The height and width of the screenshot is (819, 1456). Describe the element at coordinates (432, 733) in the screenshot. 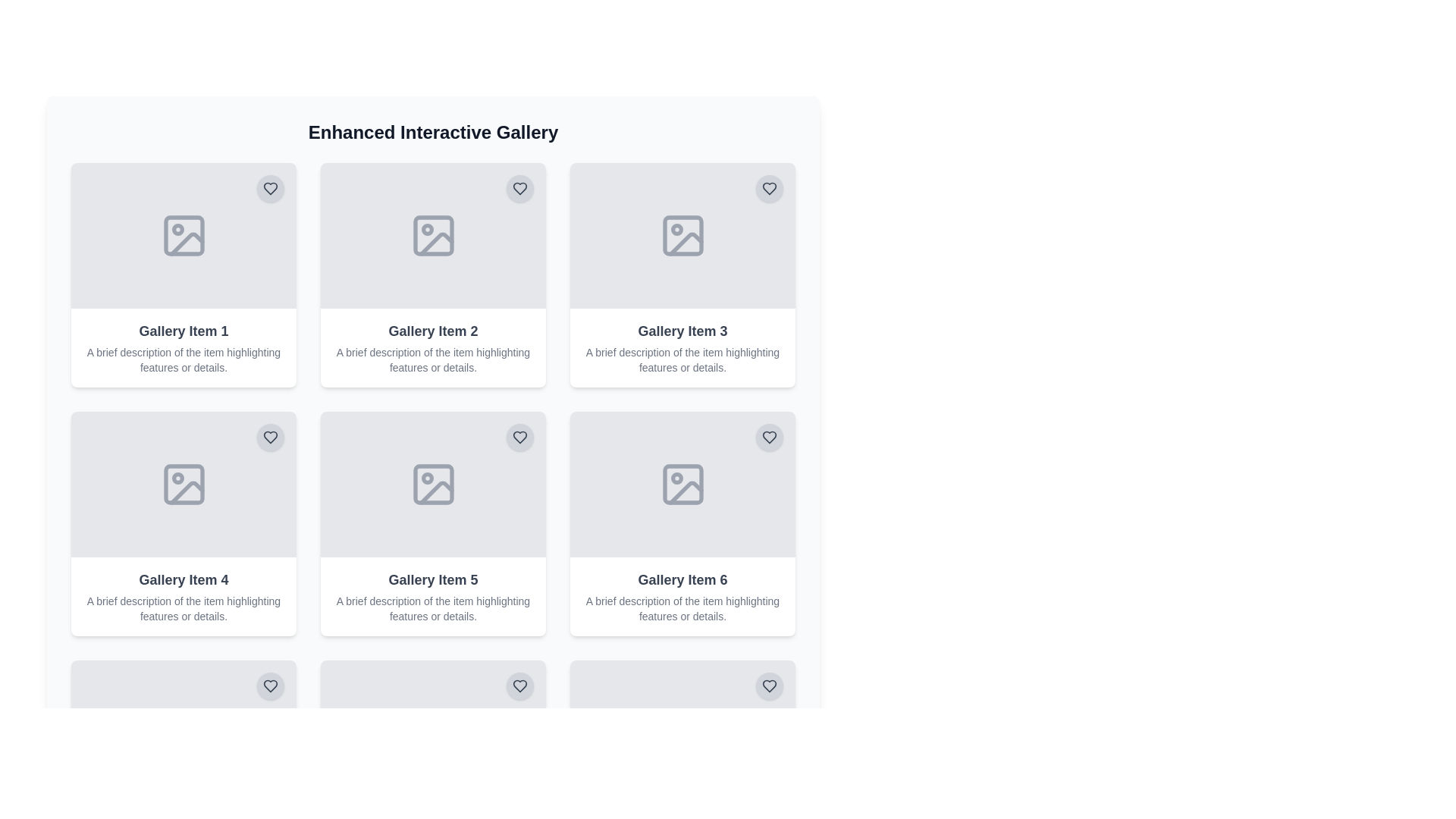

I see `the decorative rectangle element within the SVG that is aligned with the fifth gallery item` at that location.